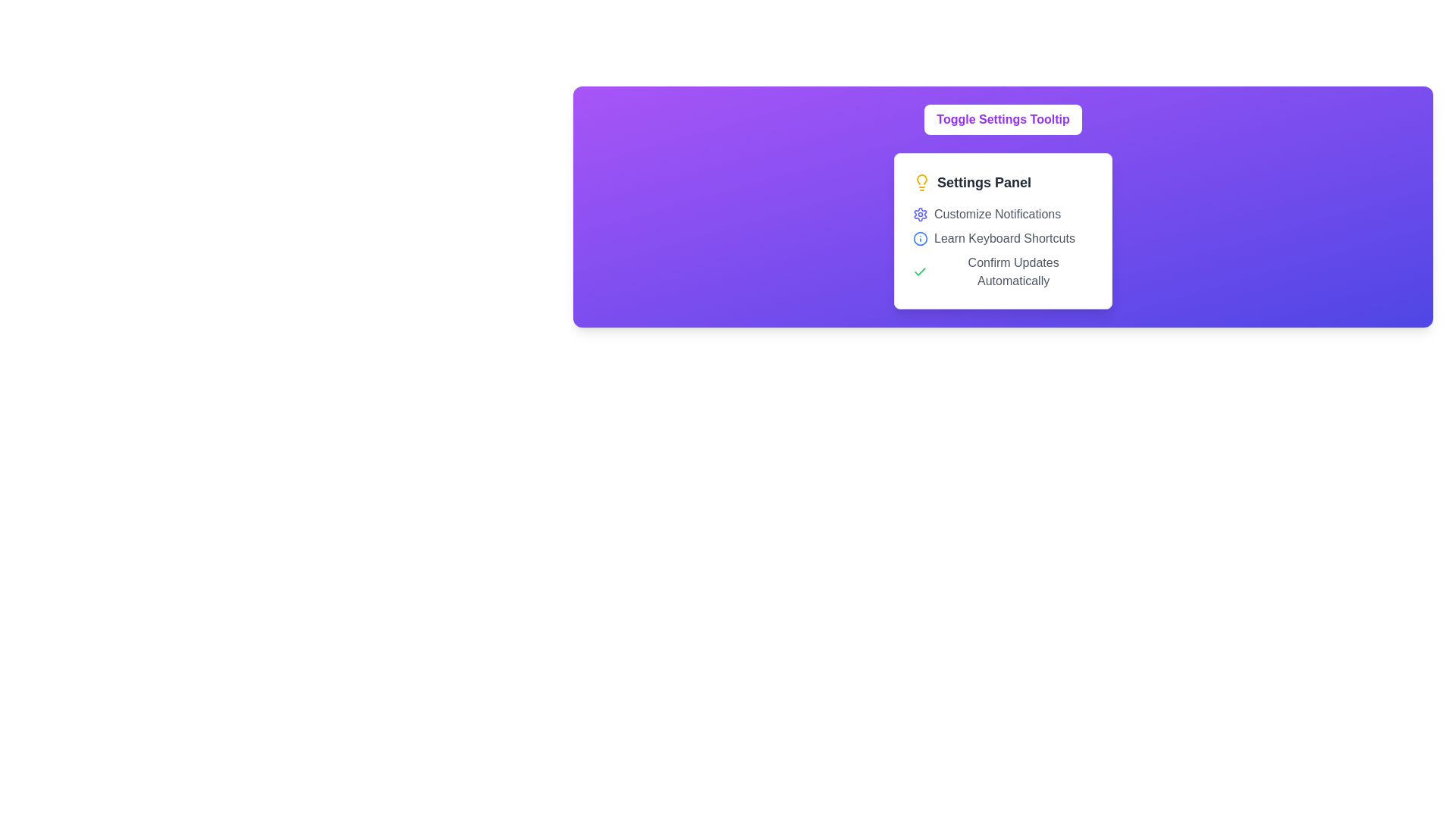 The image size is (1456, 819). What do you see at coordinates (920, 214) in the screenshot?
I see `the settings icon located to the left of the 'Customize Notifications' text` at bounding box center [920, 214].